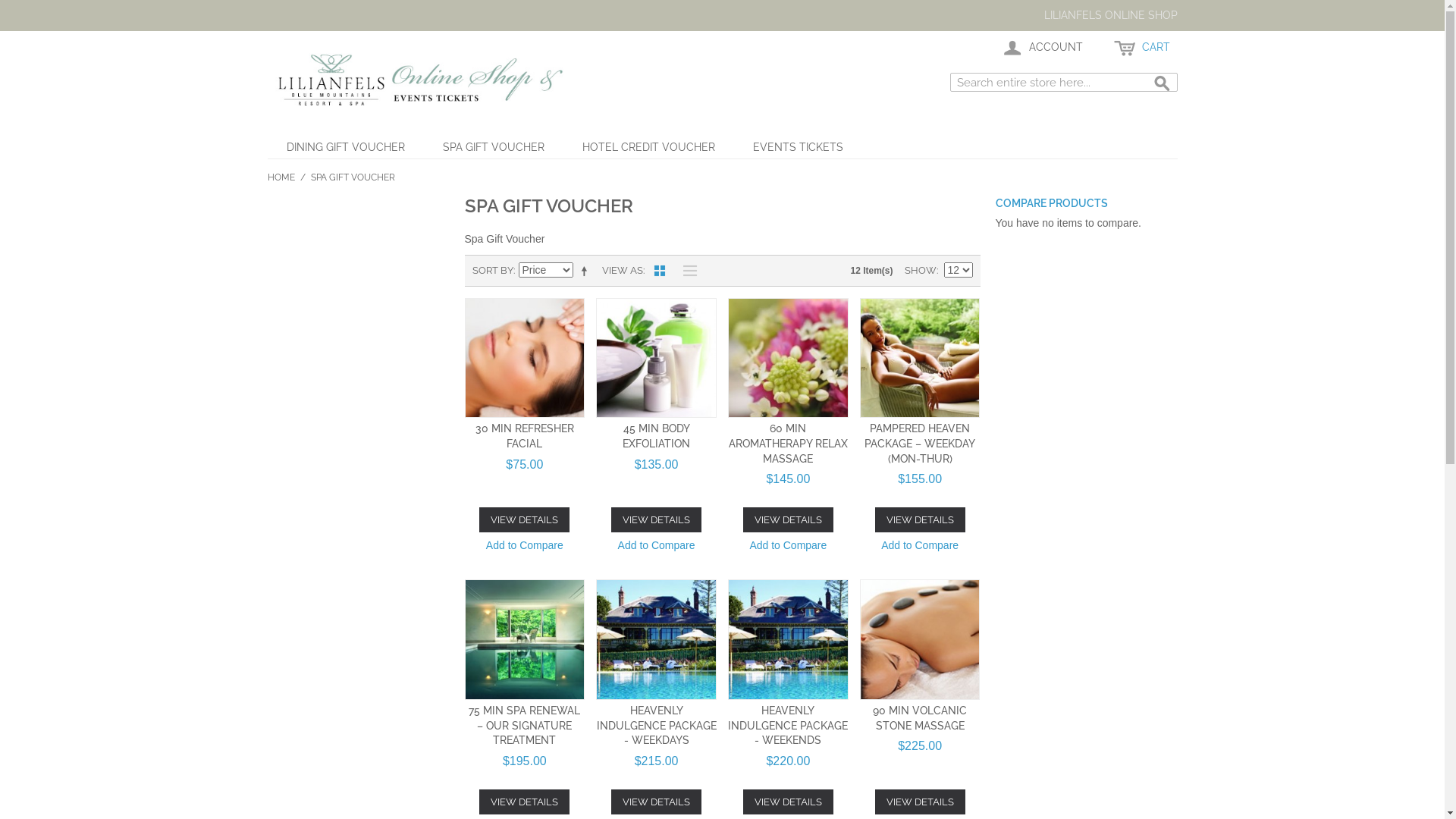 Image resolution: width=1456 pixels, height=819 pixels. I want to click on '45 MIN BODY EXFOLIATION', so click(656, 435).